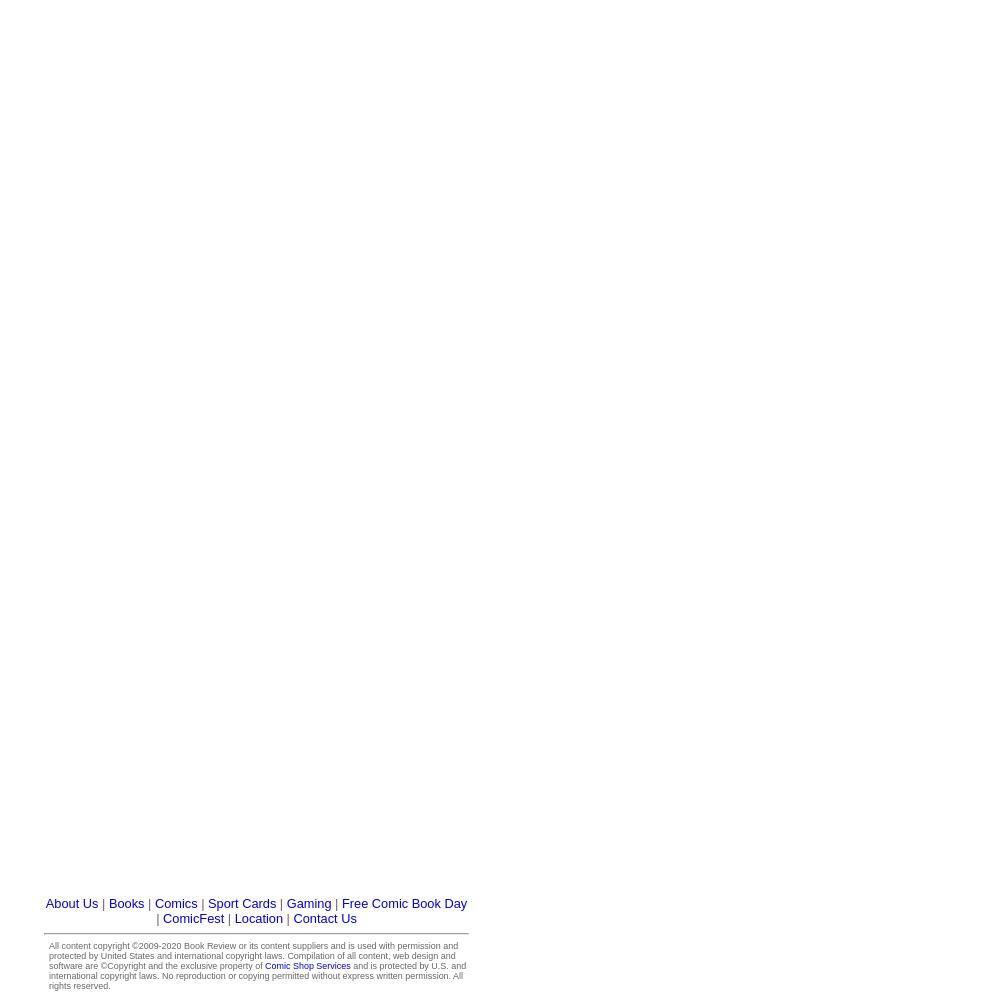 The height and width of the screenshot is (1000, 996). I want to click on 'Sport Cards', so click(241, 903).